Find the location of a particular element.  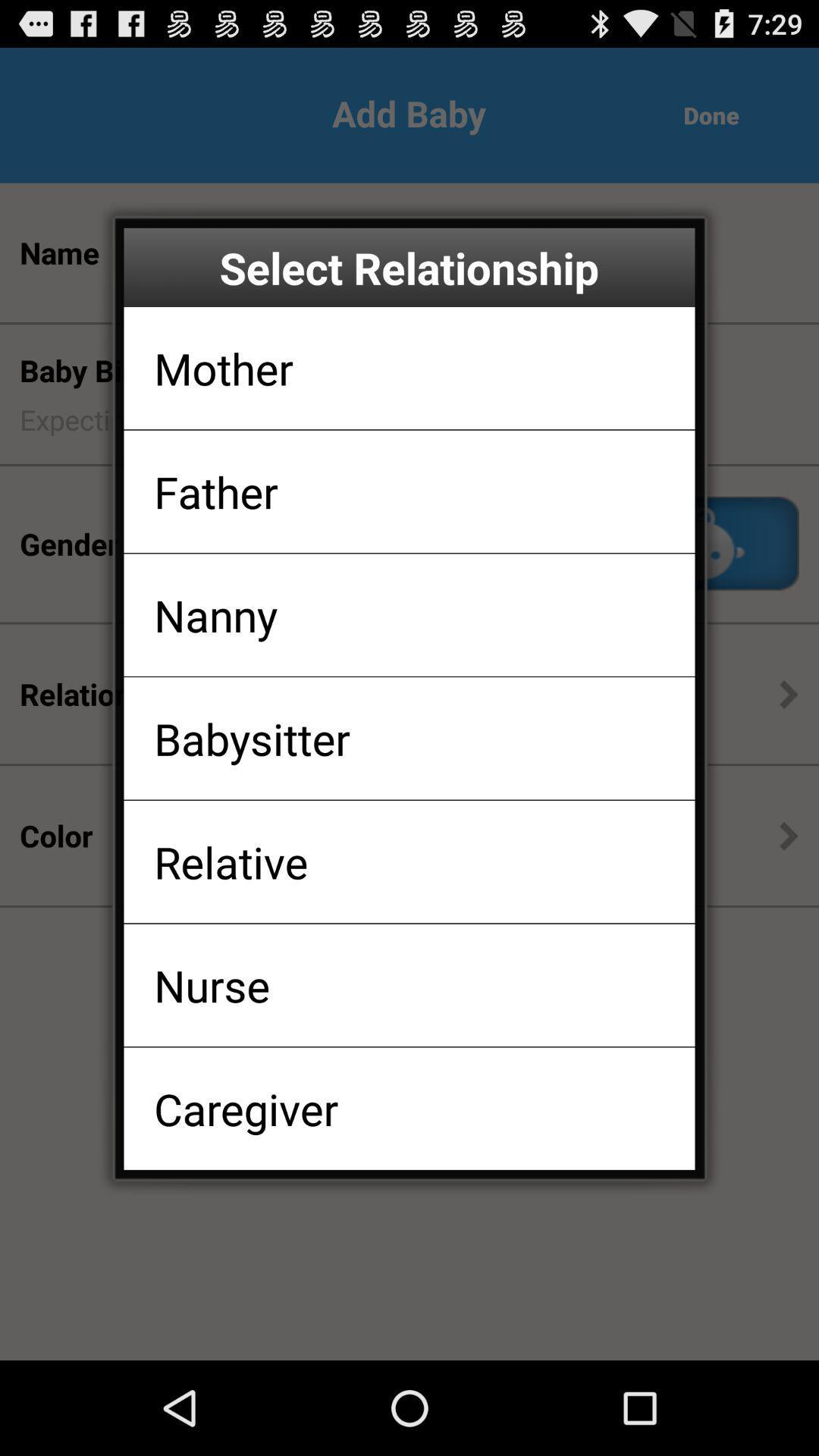

icon below the babysitter is located at coordinates (231, 861).